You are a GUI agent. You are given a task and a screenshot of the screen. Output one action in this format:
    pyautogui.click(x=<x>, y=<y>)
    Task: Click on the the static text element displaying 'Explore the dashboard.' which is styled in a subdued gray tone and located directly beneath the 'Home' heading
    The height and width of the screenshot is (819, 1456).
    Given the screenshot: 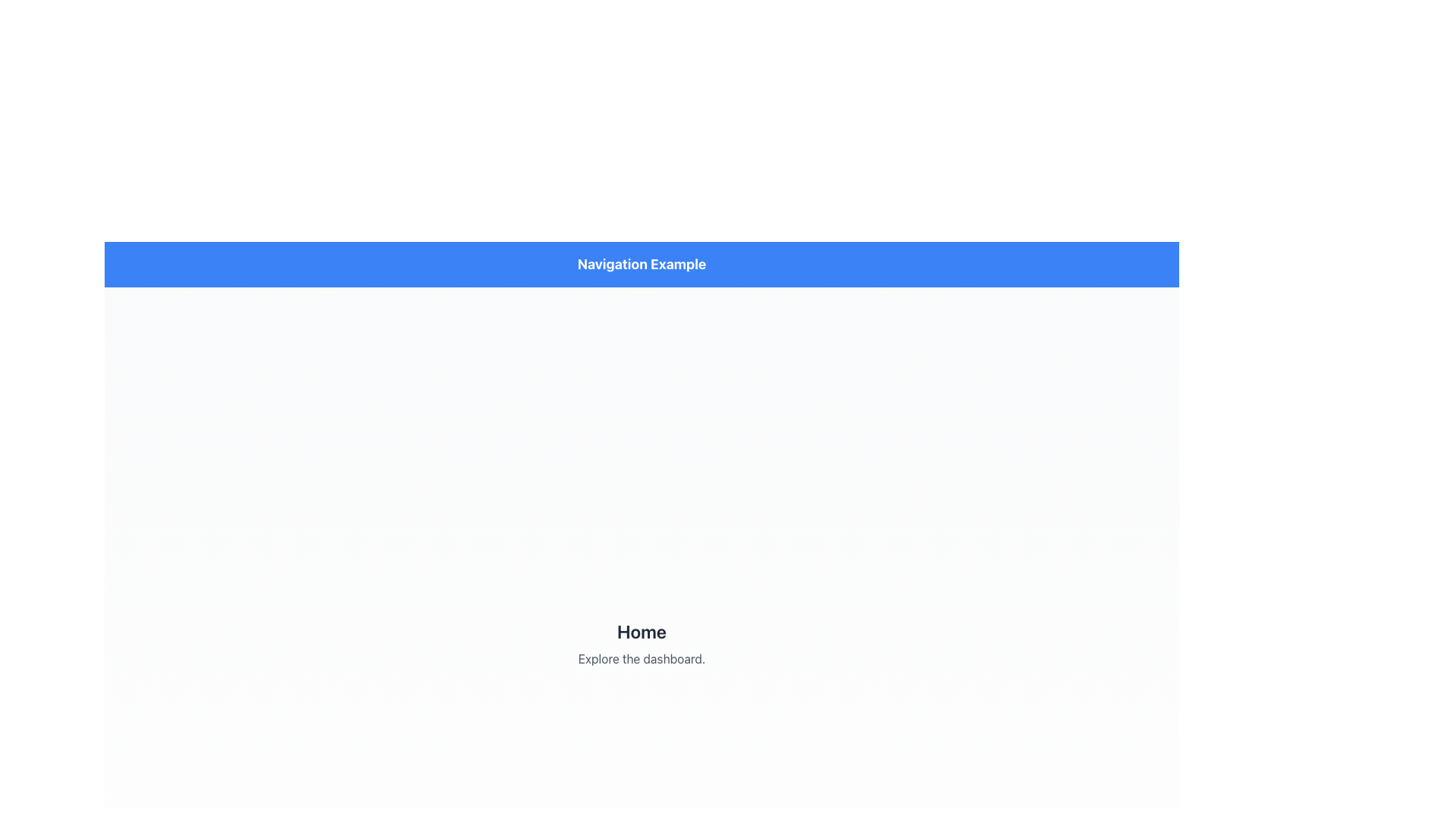 What is the action you would take?
    pyautogui.click(x=642, y=657)
    